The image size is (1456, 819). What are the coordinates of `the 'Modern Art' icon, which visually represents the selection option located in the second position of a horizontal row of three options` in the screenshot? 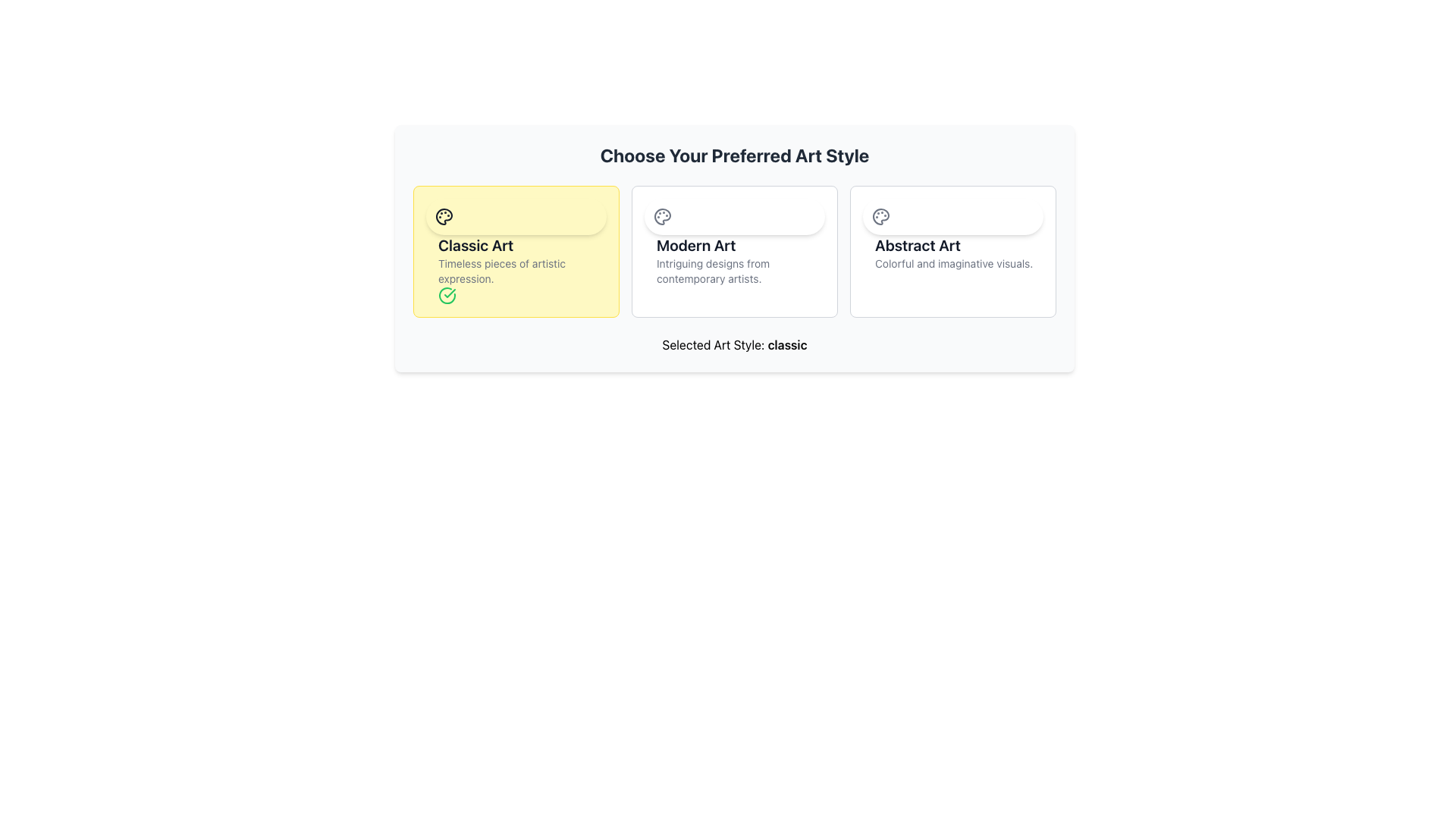 It's located at (662, 216).